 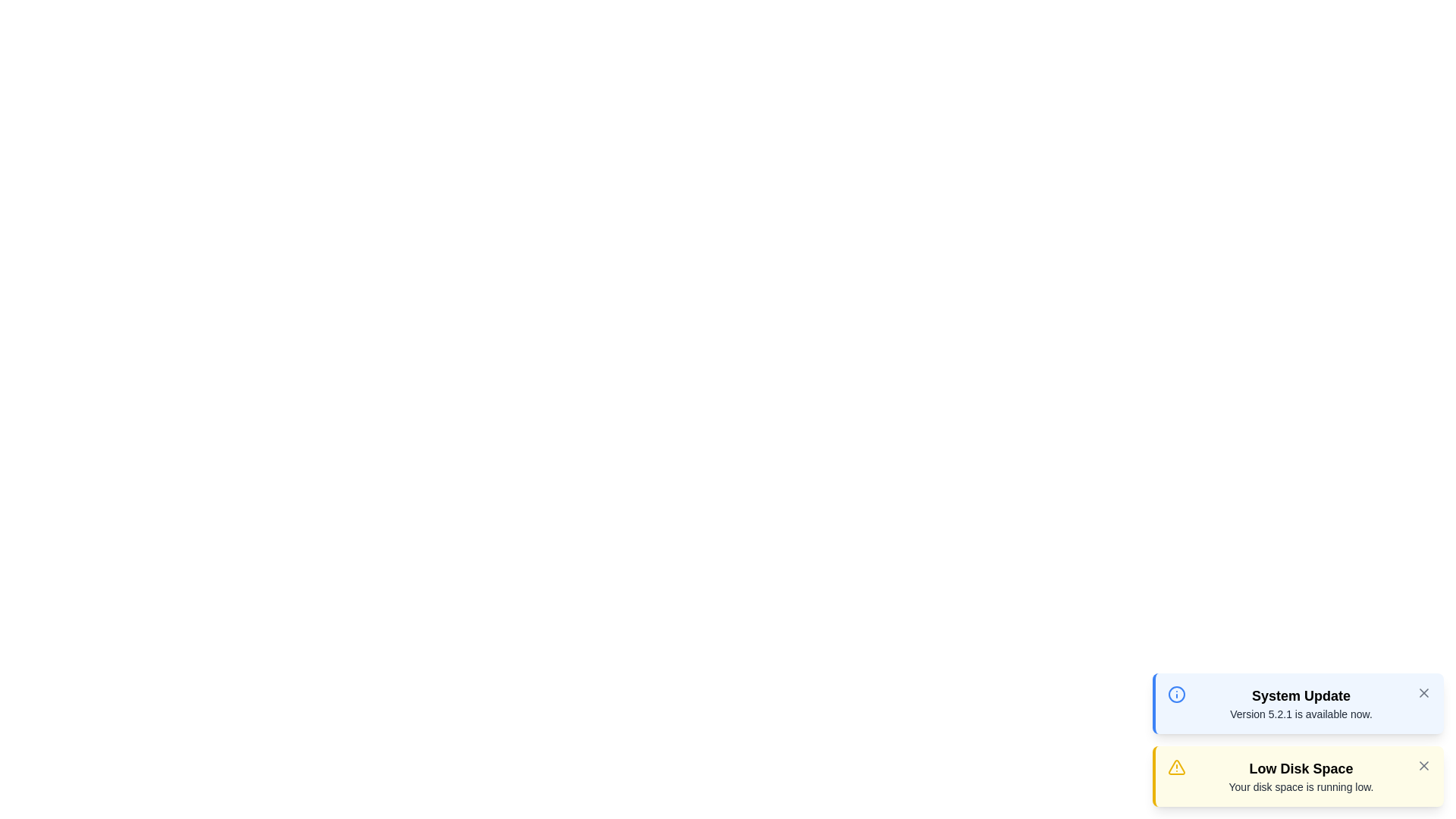 I want to click on the notification panel element Low Disk Space, so click(x=1298, y=776).